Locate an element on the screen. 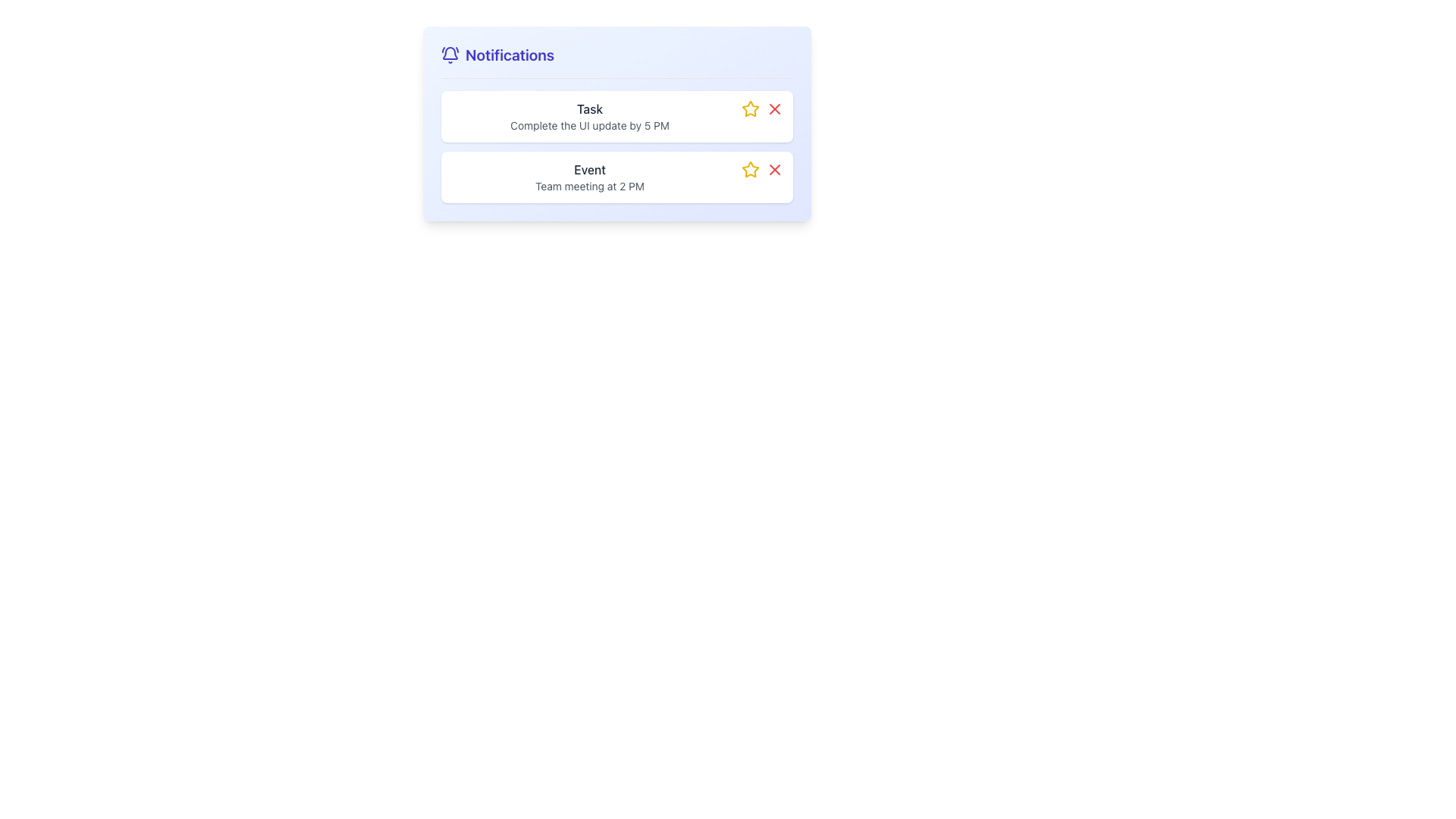 The height and width of the screenshot is (819, 1456). a task or event in the notification list located under the 'Notifications' header is located at coordinates (617, 146).